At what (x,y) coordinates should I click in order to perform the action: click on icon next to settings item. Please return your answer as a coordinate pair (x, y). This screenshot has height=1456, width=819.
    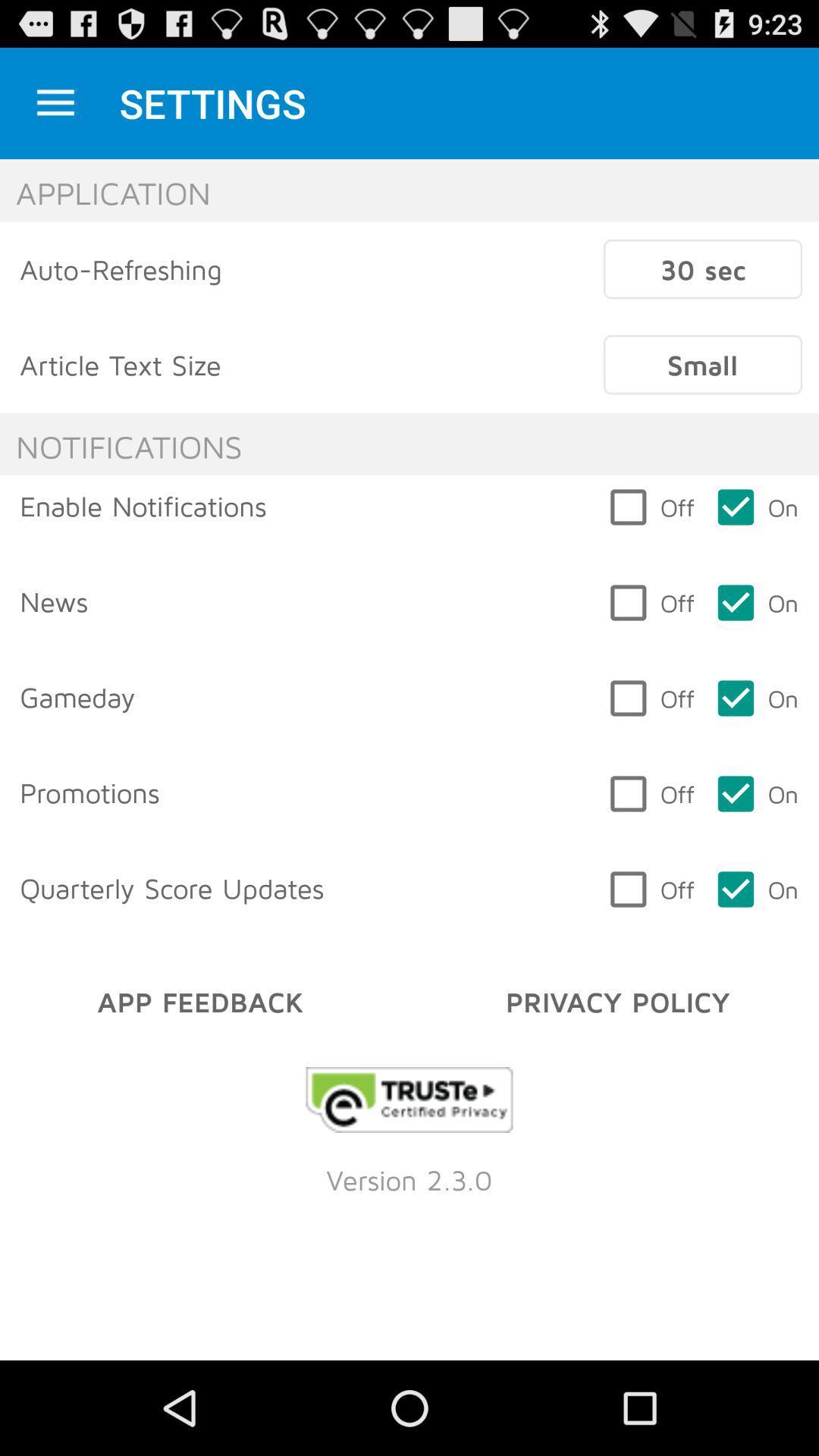
    Looking at the image, I should click on (55, 102).